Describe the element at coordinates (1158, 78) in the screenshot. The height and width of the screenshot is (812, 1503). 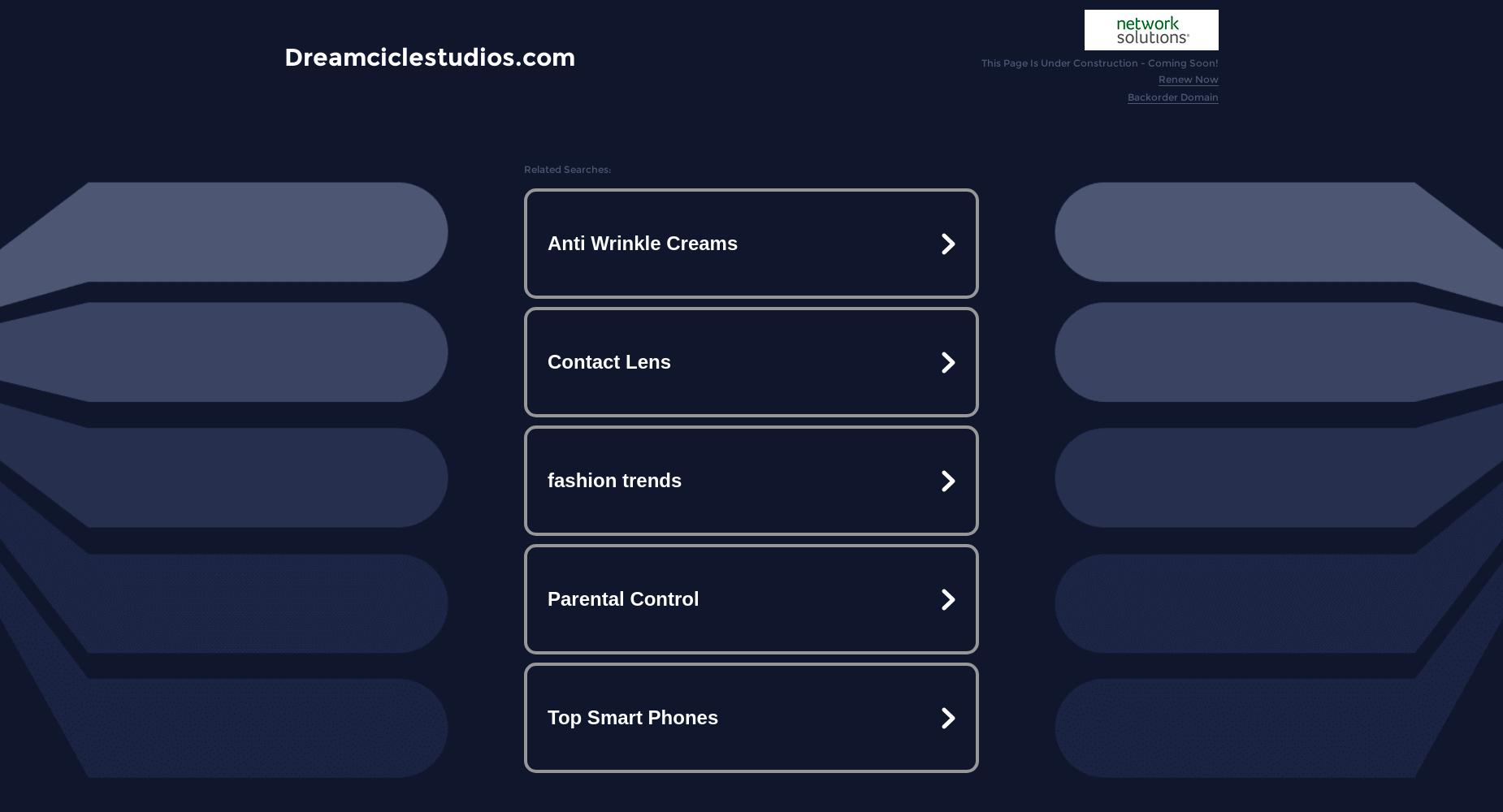
I see `'Renew Now'` at that location.